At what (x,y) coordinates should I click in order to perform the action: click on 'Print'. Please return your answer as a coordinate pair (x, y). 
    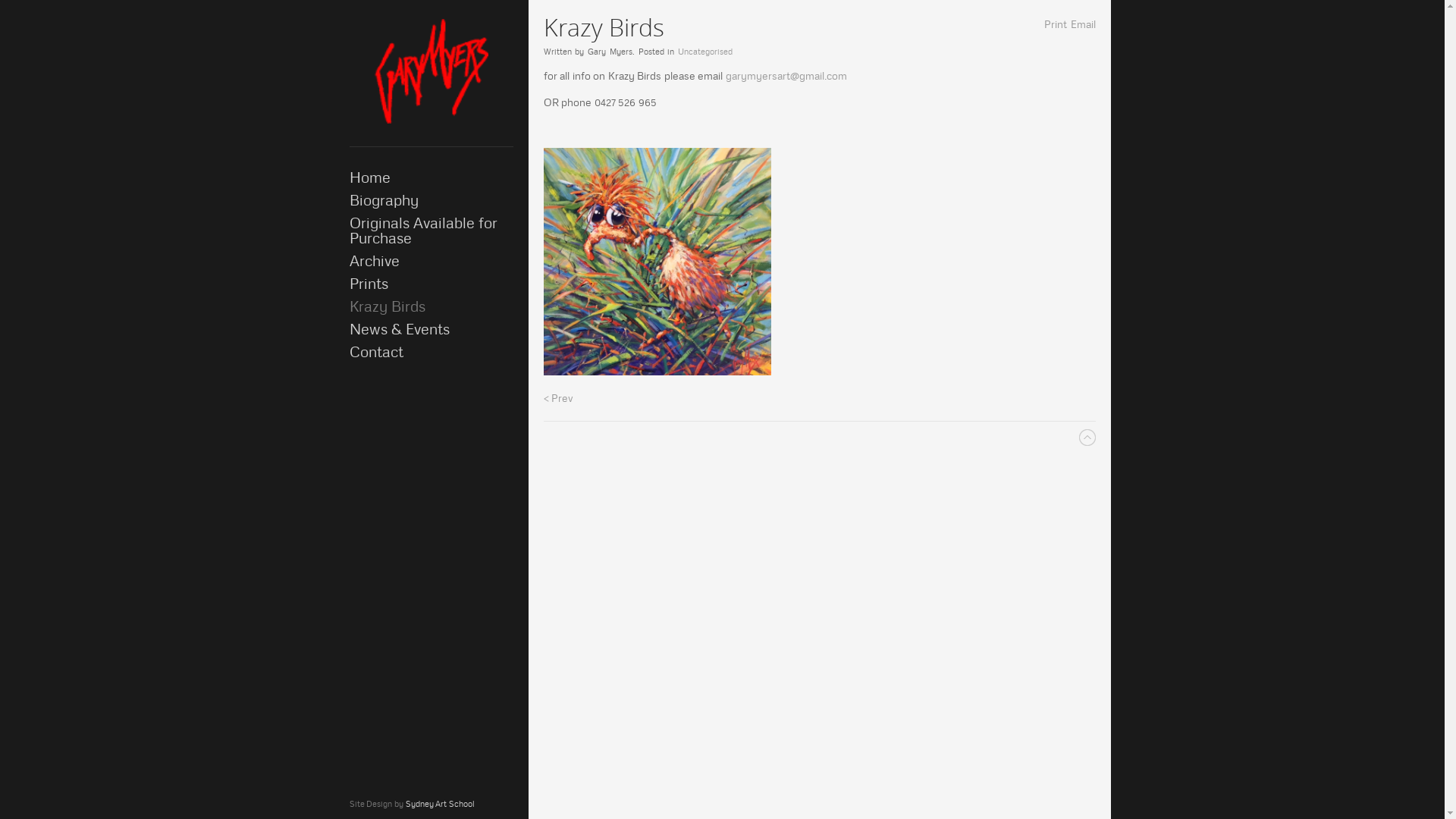
    Looking at the image, I should click on (1043, 24).